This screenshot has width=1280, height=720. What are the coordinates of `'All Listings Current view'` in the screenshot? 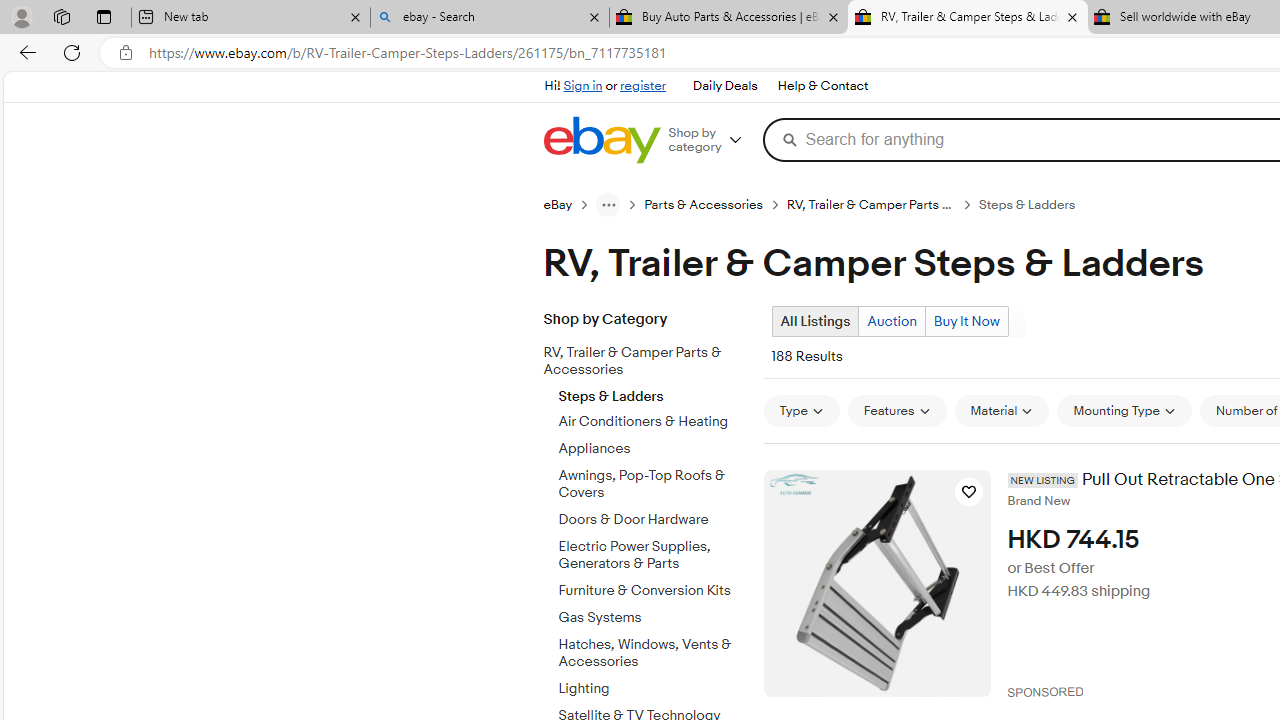 It's located at (815, 320).